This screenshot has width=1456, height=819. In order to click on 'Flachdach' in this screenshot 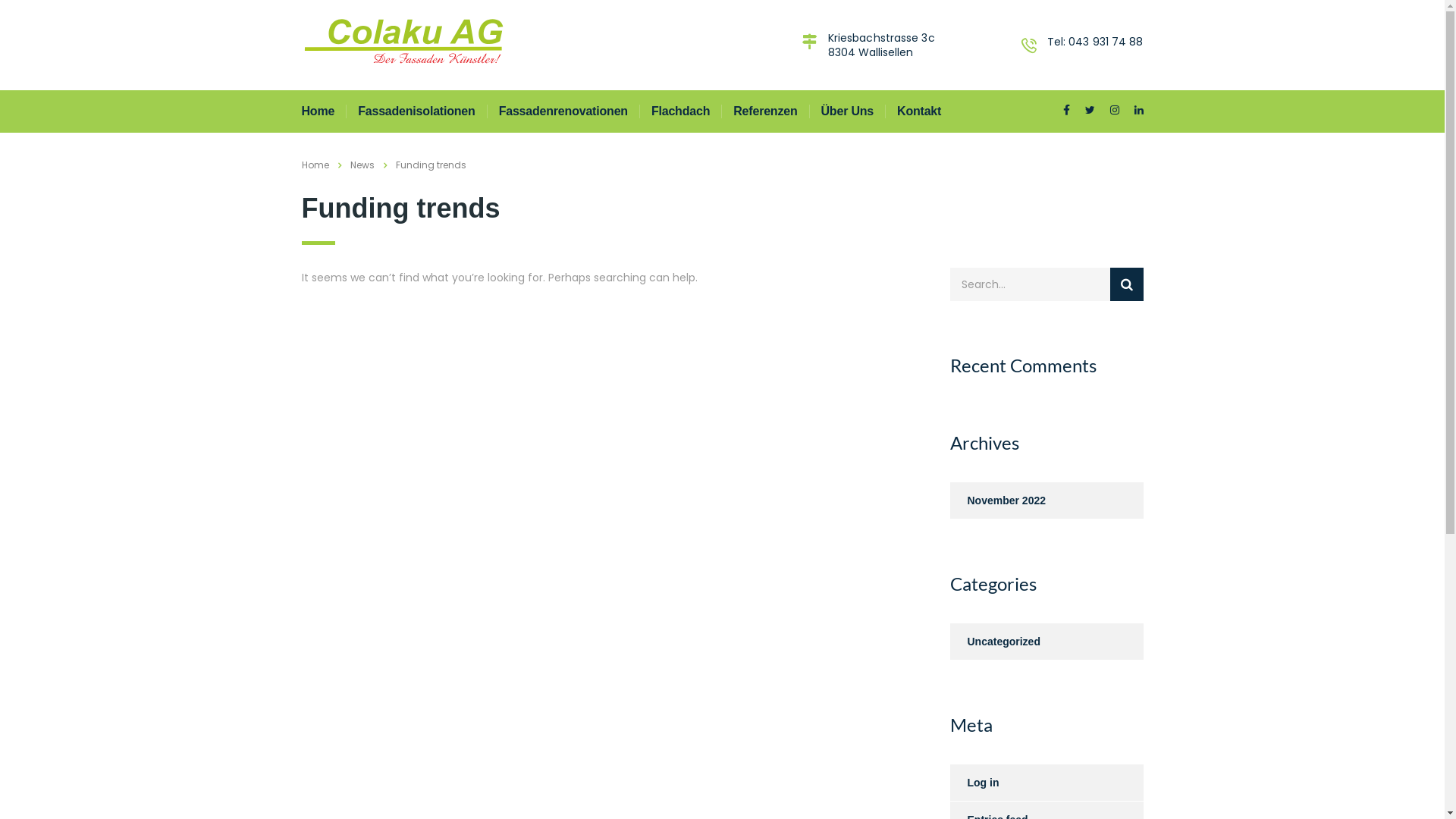, I will do `click(679, 110)`.